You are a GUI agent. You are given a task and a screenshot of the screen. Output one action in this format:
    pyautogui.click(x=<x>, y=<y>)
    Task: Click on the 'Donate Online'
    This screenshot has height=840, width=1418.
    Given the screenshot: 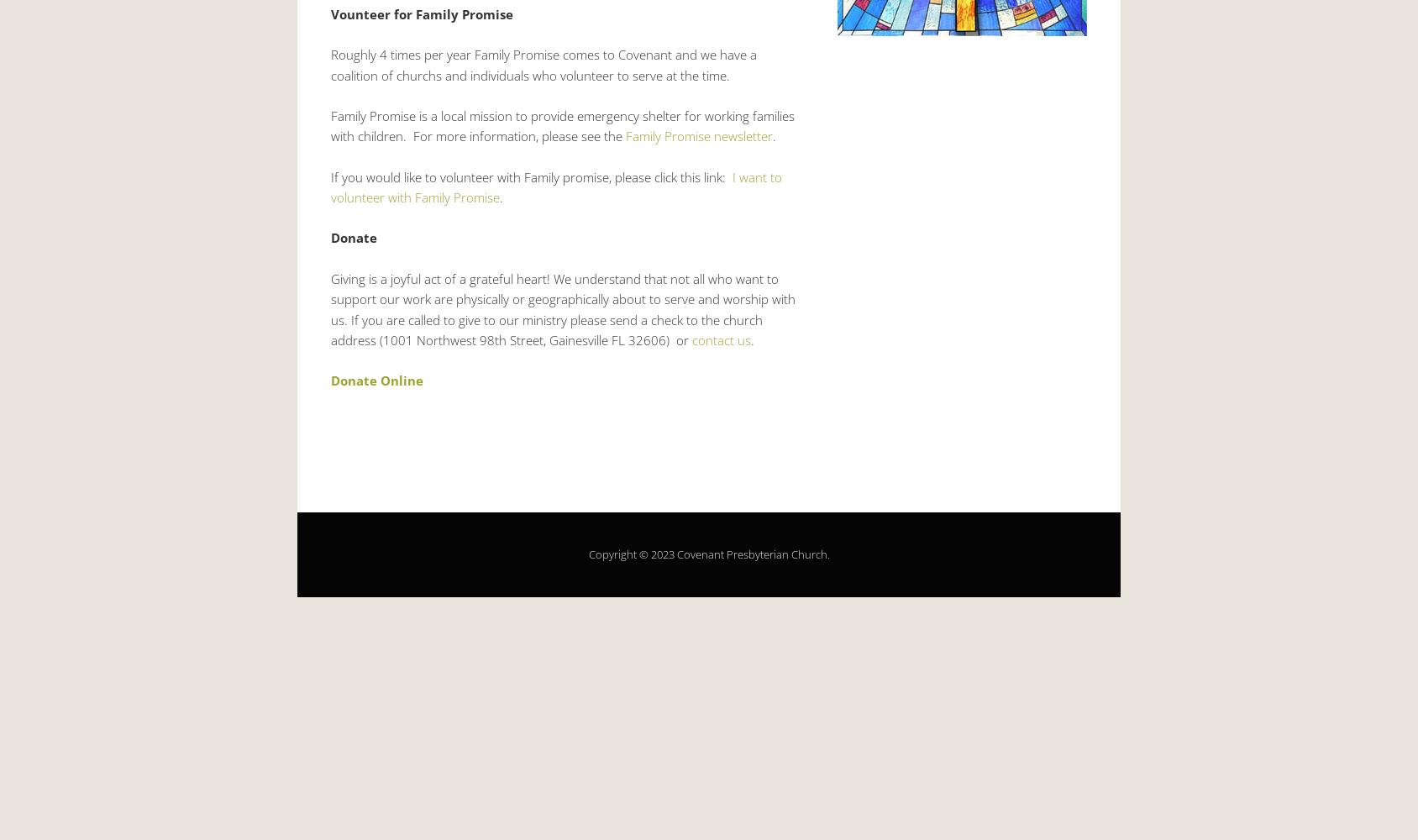 What is the action you would take?
    pyautogui.click(x=376, y=380)
    